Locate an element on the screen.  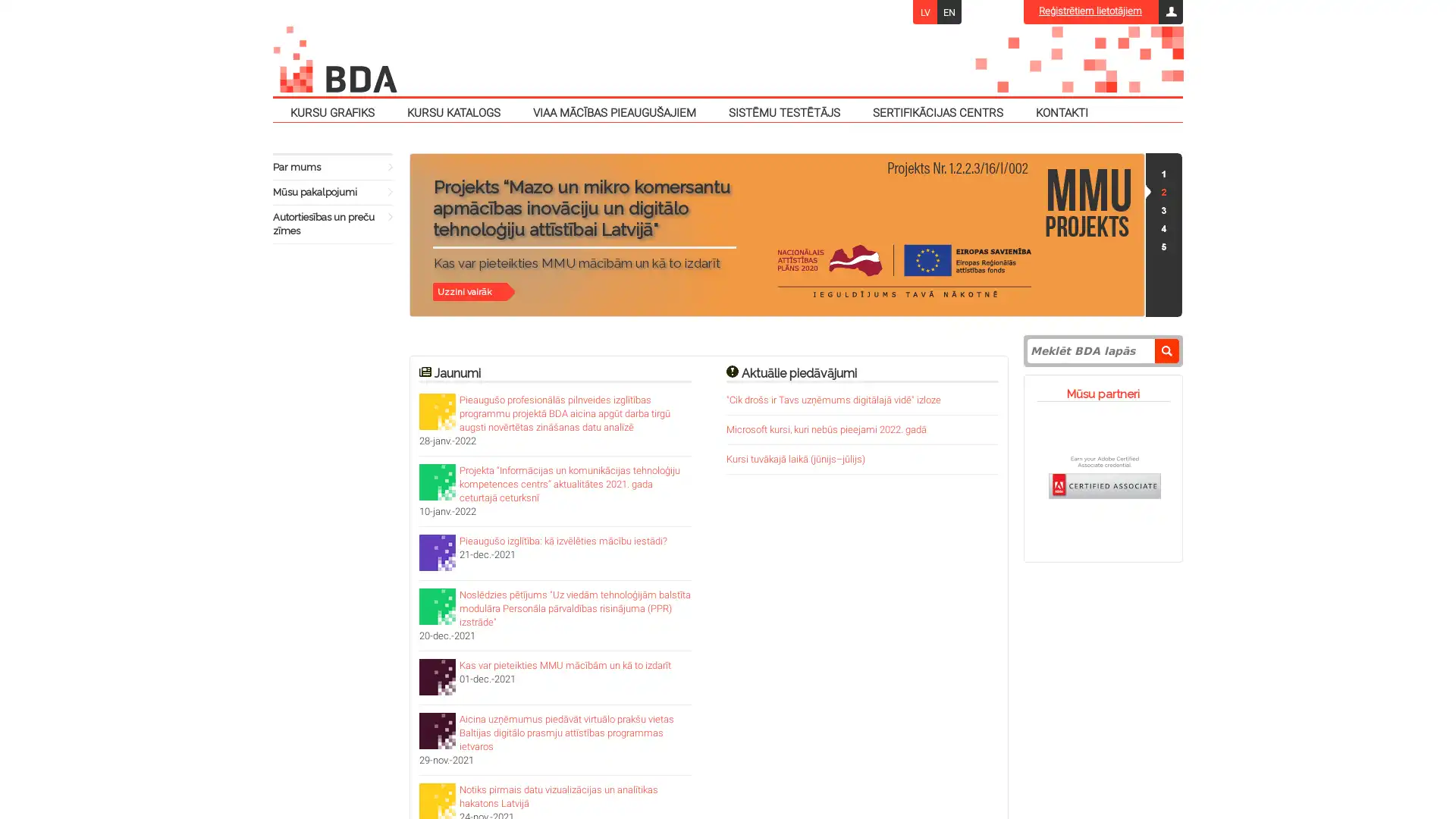
Meklet is located at coordinates (1166, 350).